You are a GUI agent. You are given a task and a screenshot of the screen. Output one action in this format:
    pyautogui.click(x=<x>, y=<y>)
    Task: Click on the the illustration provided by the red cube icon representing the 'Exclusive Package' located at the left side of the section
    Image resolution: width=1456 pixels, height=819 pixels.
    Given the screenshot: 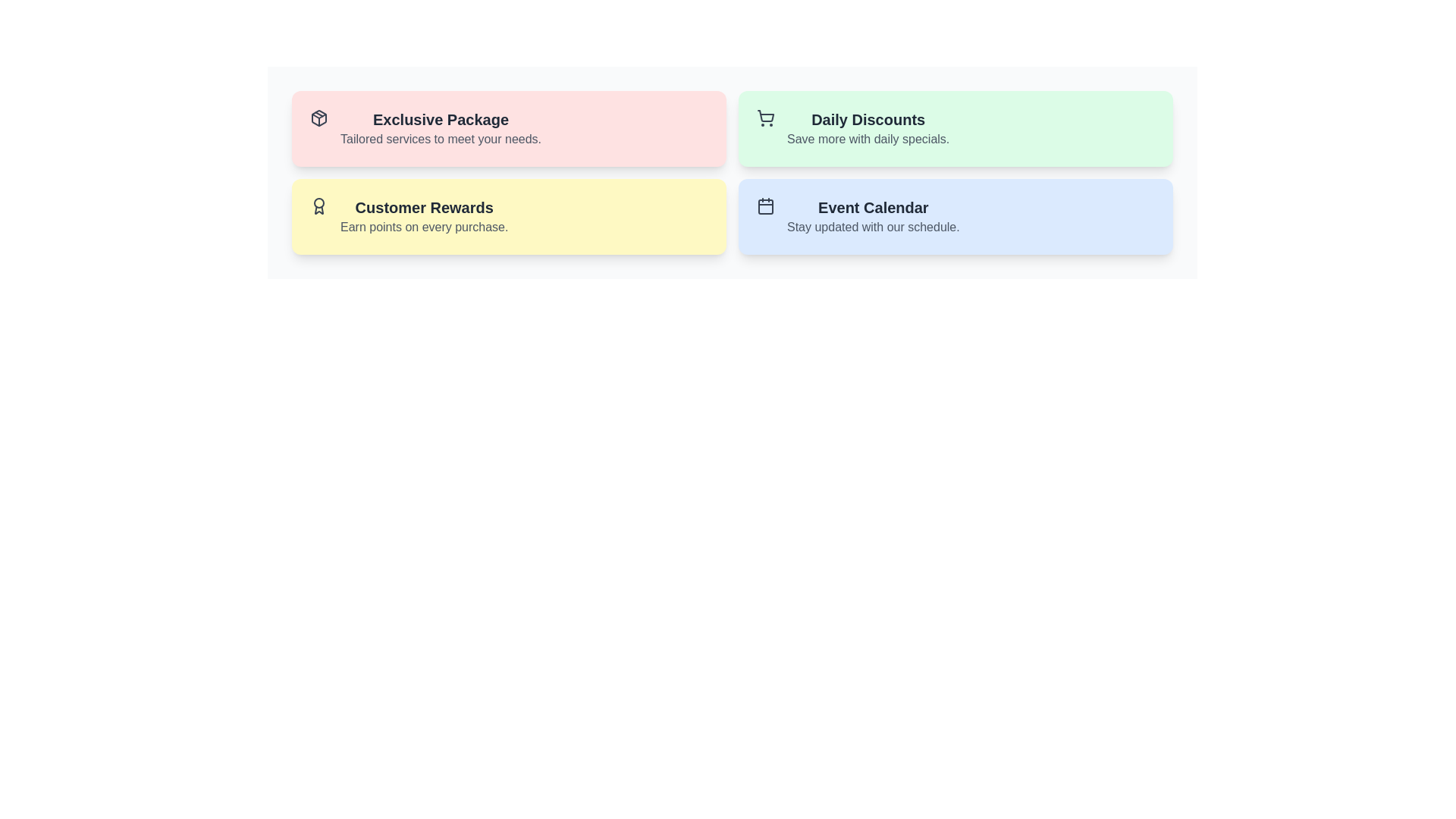 What is the action you would take?
    pyautogui.click(x=318, y=117)
    